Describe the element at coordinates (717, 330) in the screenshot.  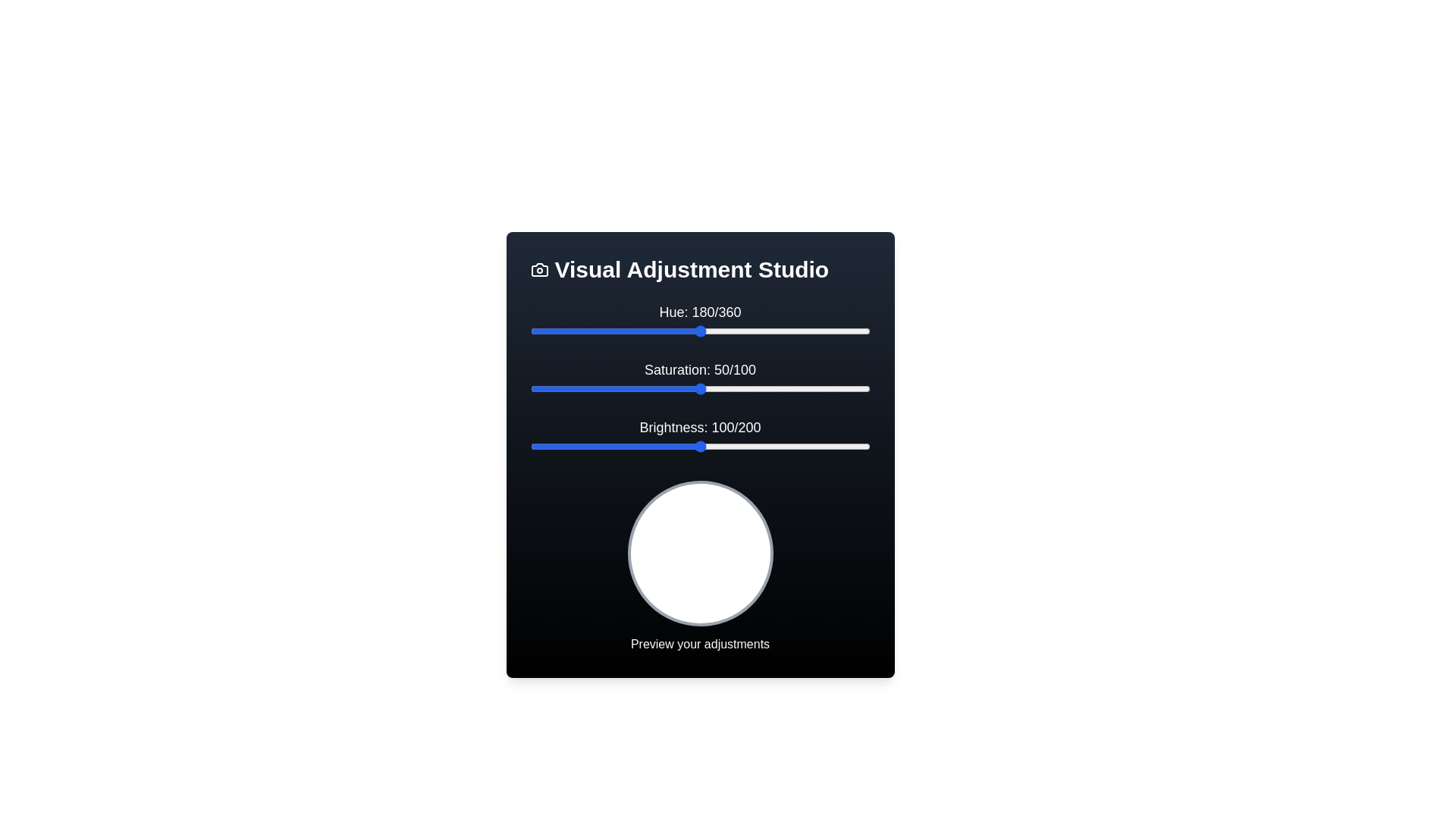
I see `the 'Hue' slider to 199 by dragging the slider` at that location.